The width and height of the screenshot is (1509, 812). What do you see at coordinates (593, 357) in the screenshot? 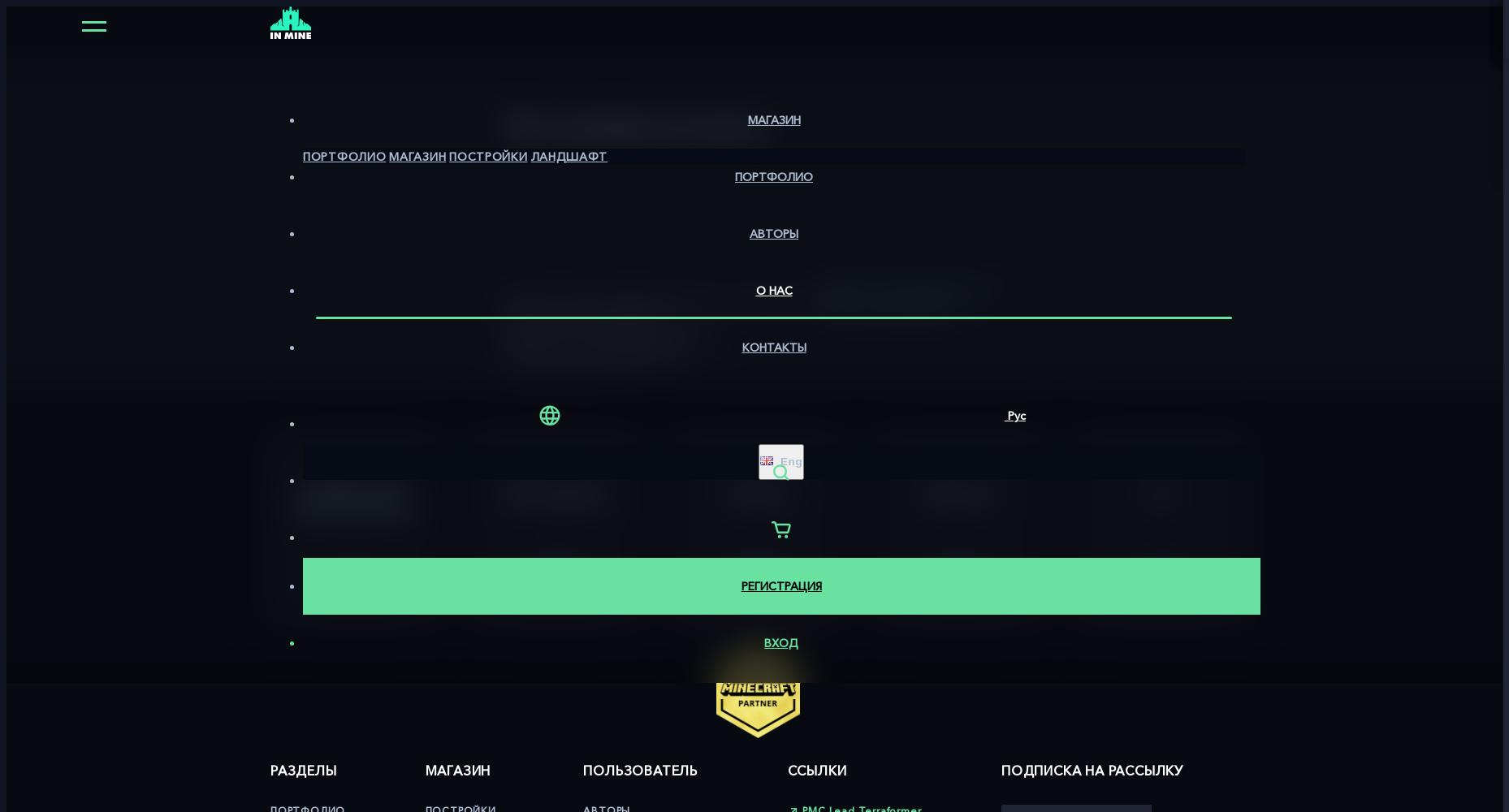
I see `'Наша команда сделает это.'` at bounding box center [593, 357].